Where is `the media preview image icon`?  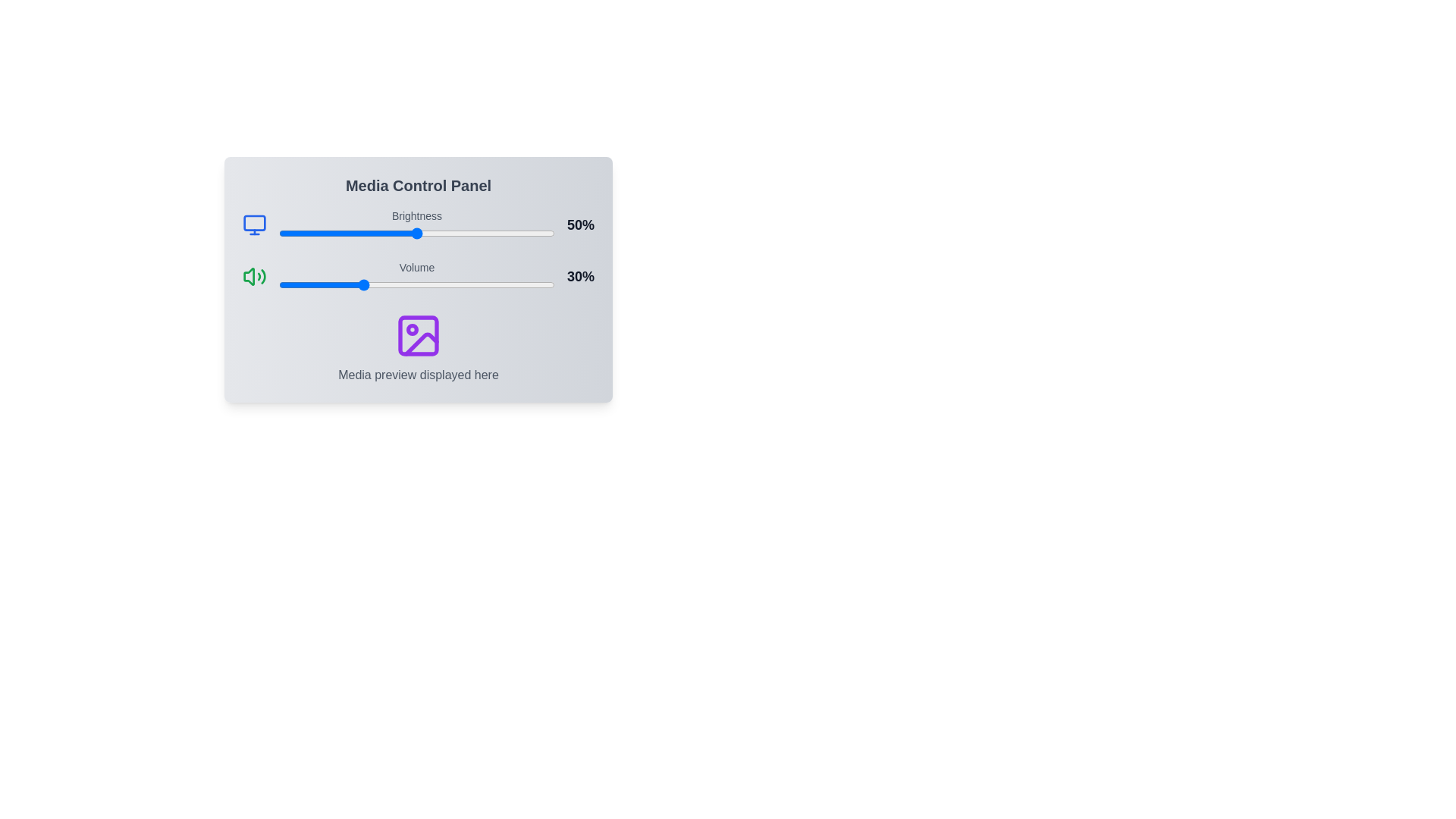
the media preview image icon is located at coordinates (419, 335).